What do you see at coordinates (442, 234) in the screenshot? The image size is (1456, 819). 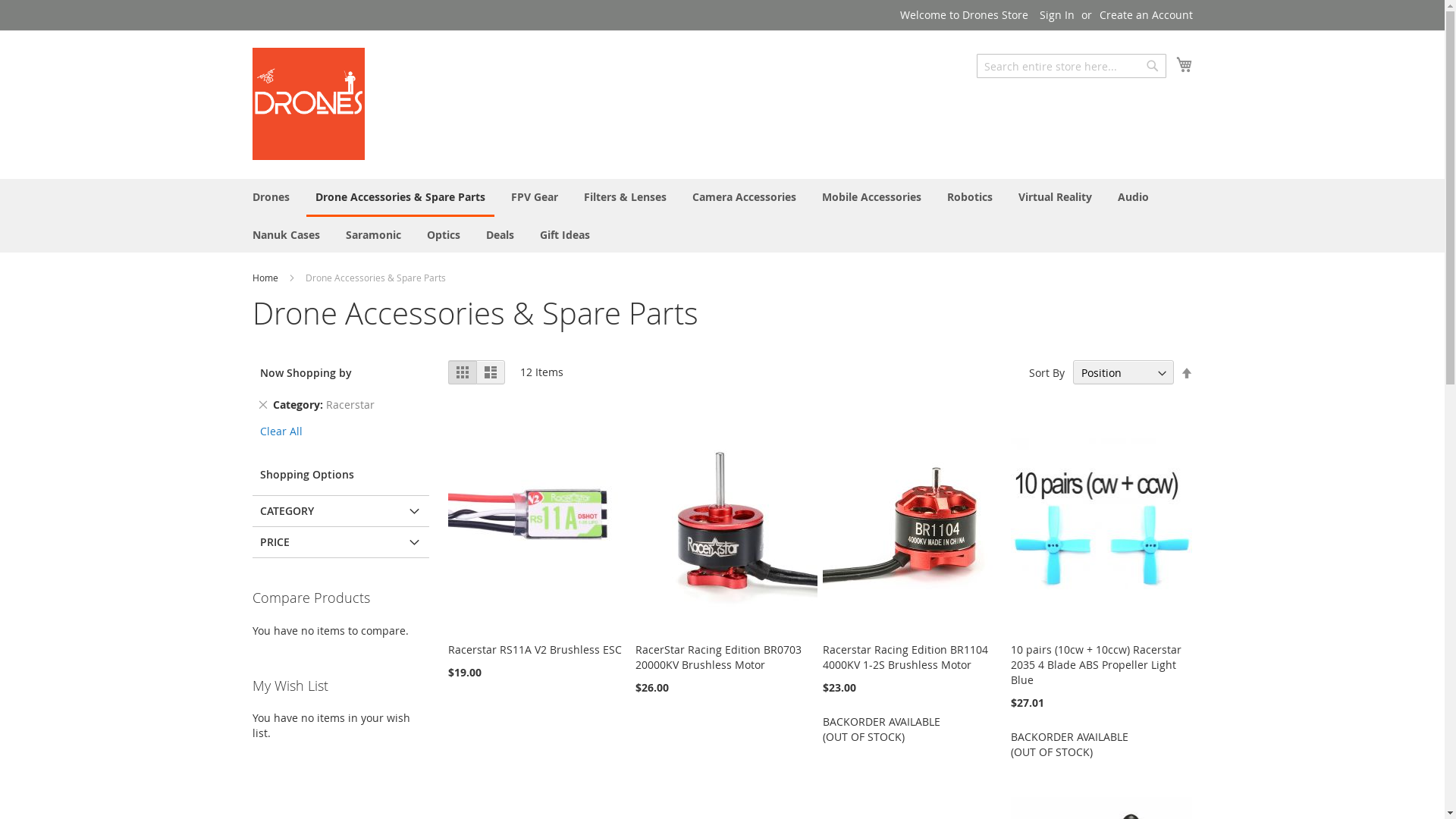 I see `'Optics'` at bounding box center [442, 234].